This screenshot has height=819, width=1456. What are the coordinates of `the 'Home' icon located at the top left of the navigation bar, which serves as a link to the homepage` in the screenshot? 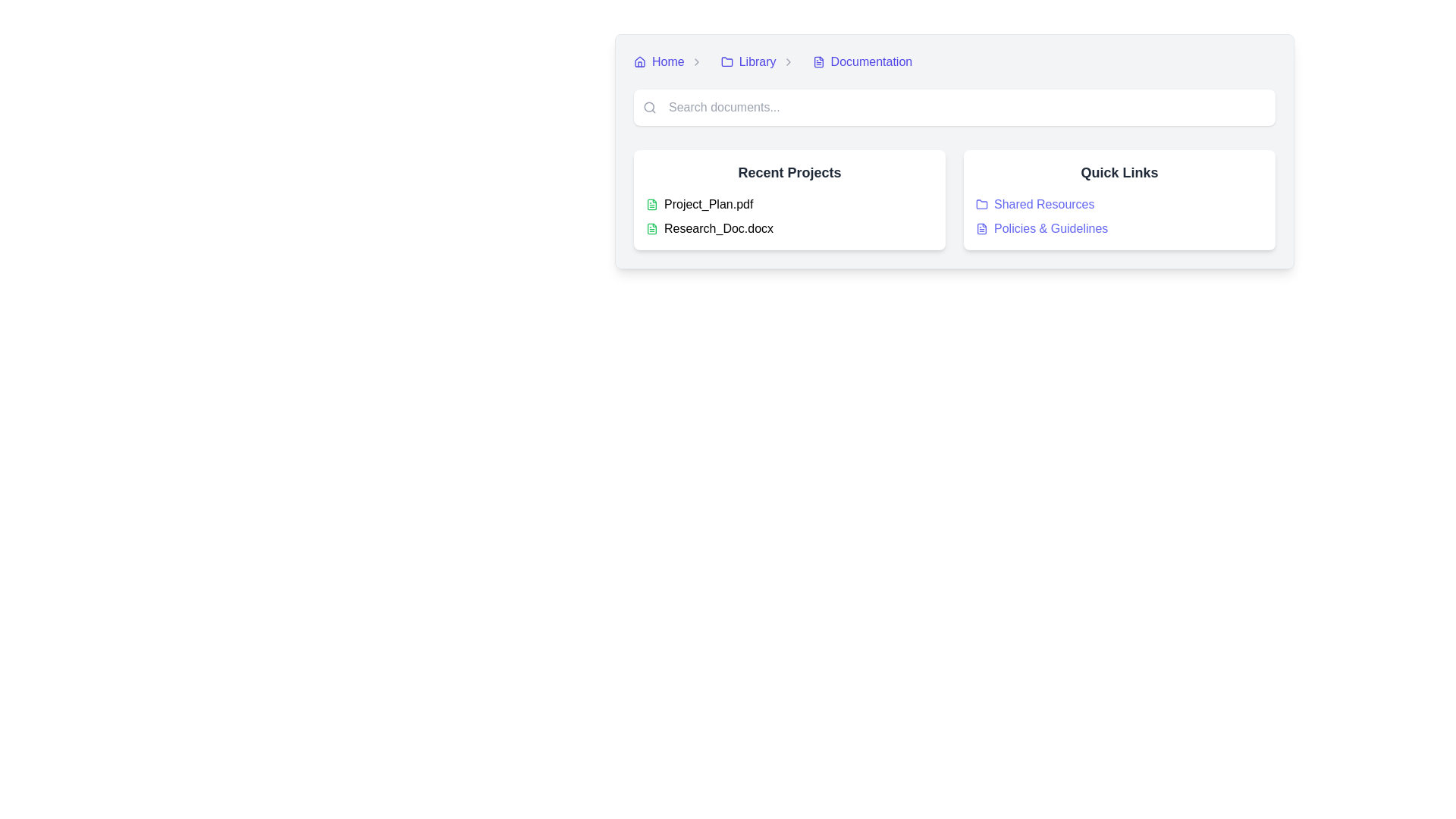 It's located at (640, 61).